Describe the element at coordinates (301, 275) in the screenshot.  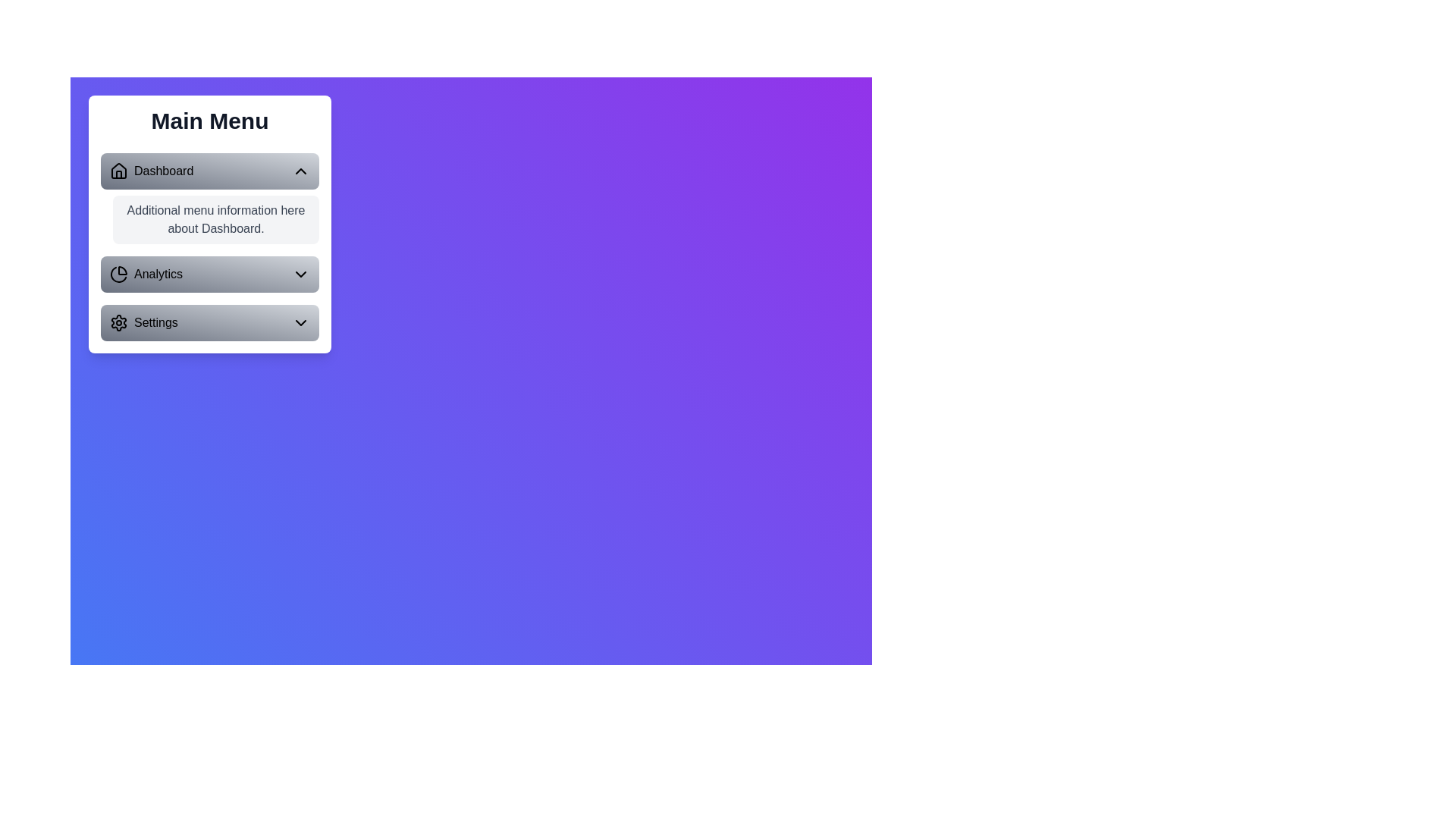
I see `the downward chevron arrow icon located on the right side of the 'Analytics' menu item` at that location.